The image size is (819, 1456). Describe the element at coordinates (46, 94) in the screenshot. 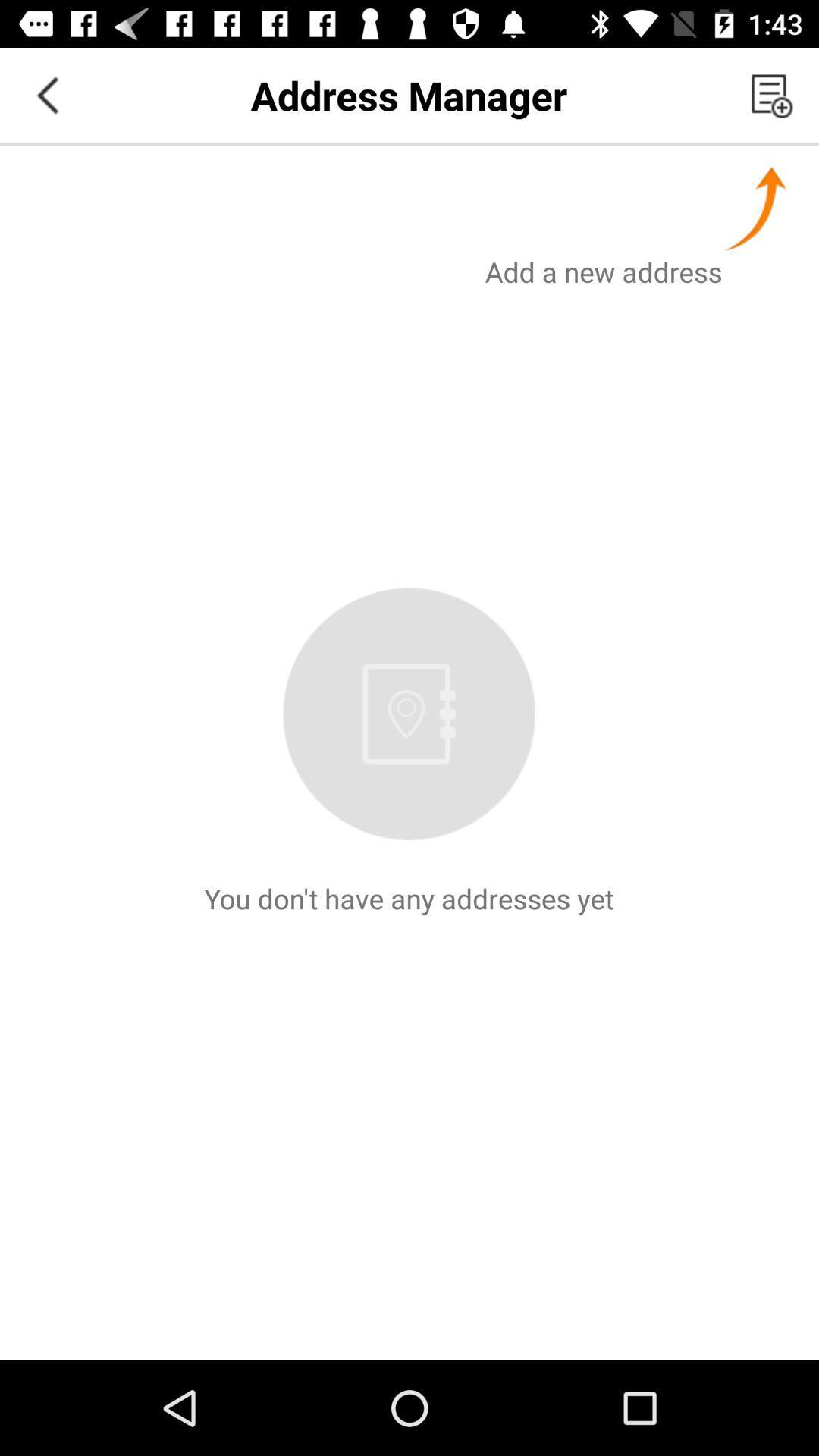

I see `back button` at that location.